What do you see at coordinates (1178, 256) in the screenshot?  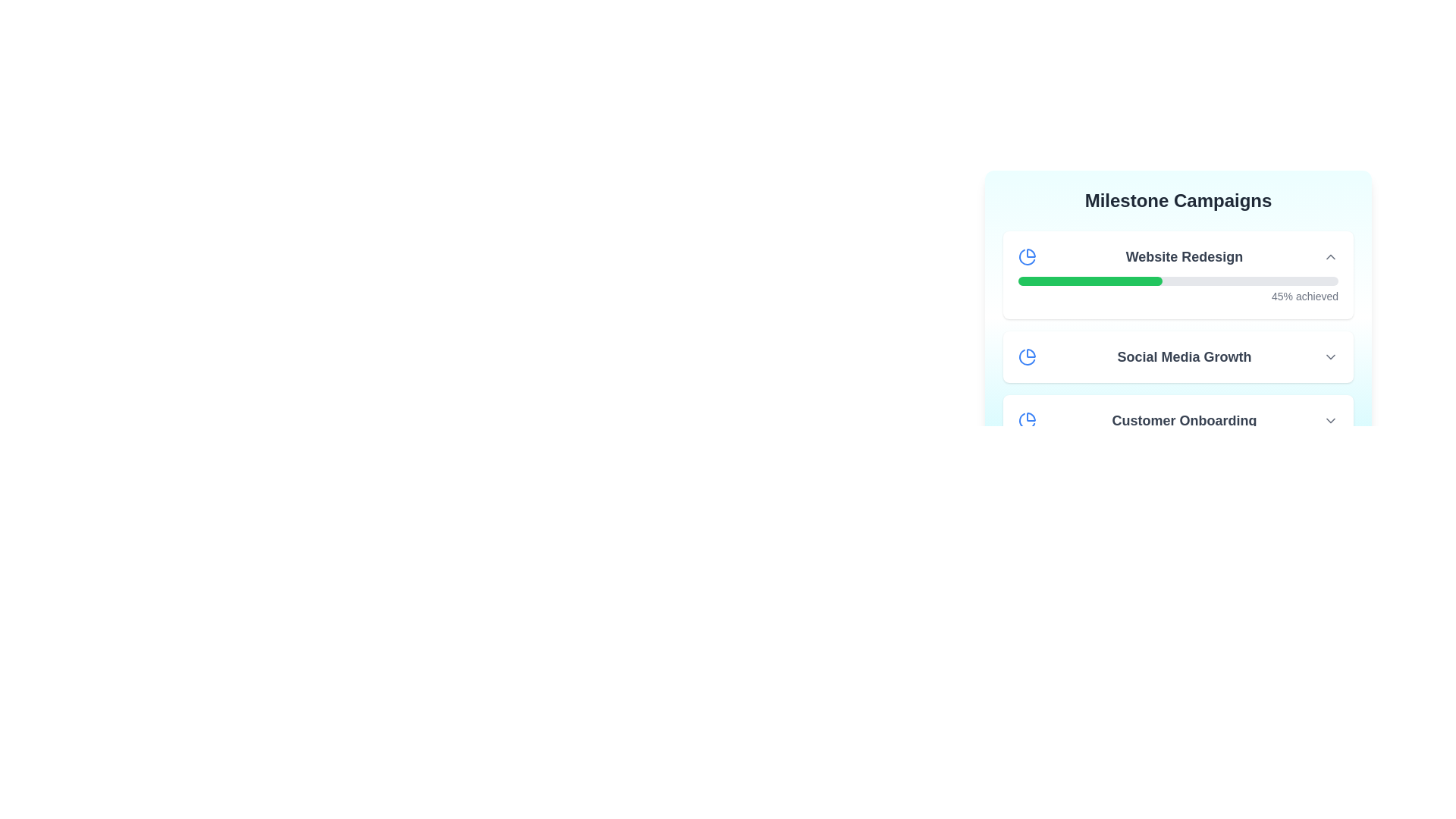 I see `displayed title of the Header Row labeled 'Website Redesign' located in the 'Milestone Campaigns' section` at bounding box center [1178, 256].